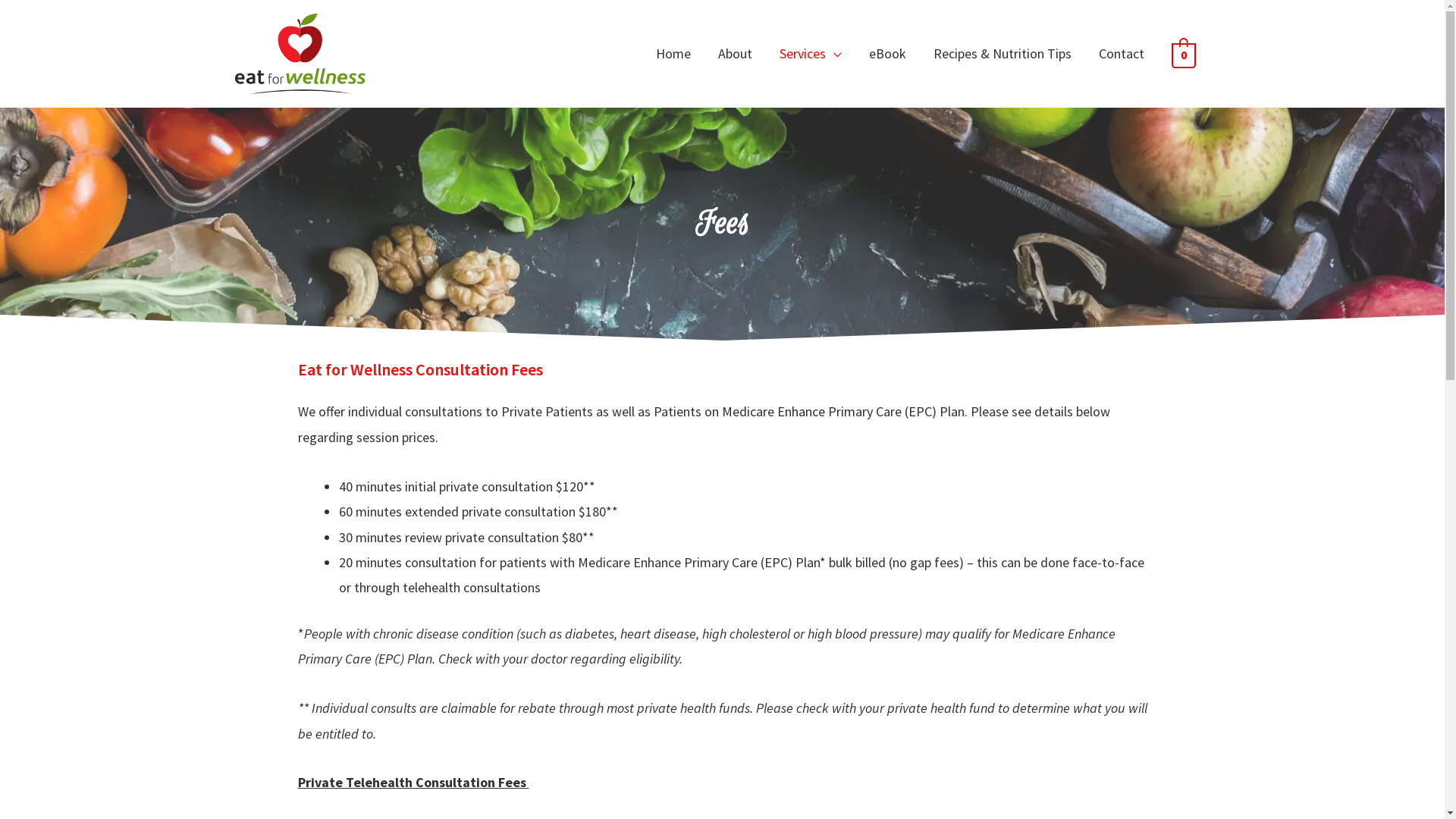 The image size is (1456, 819). I want to click on 'Home', so click(672, 52).